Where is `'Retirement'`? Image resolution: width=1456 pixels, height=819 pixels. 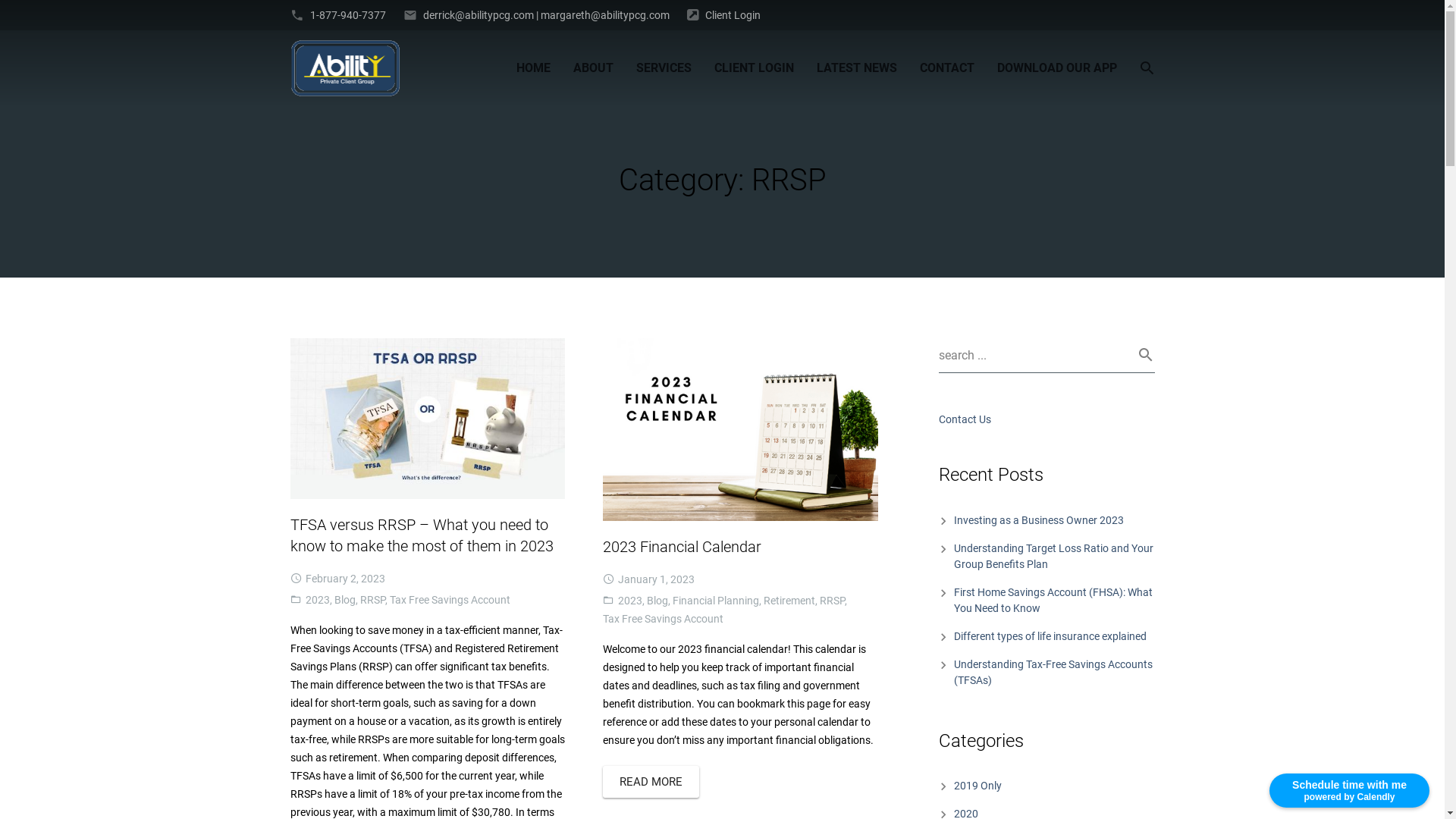
'Retirement' is located at coordinates (789, 599).